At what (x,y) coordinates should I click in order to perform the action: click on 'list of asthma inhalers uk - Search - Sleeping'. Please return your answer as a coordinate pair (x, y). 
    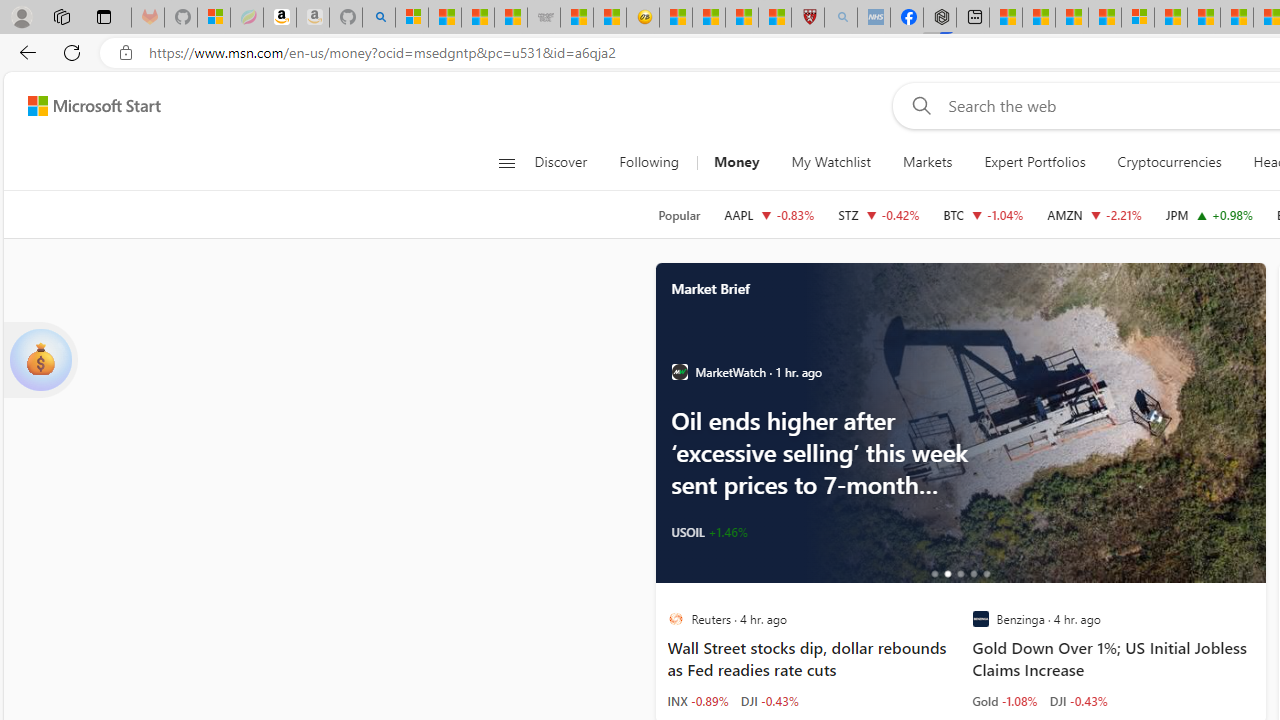
    Looking at the image, I should click on (841, 17).